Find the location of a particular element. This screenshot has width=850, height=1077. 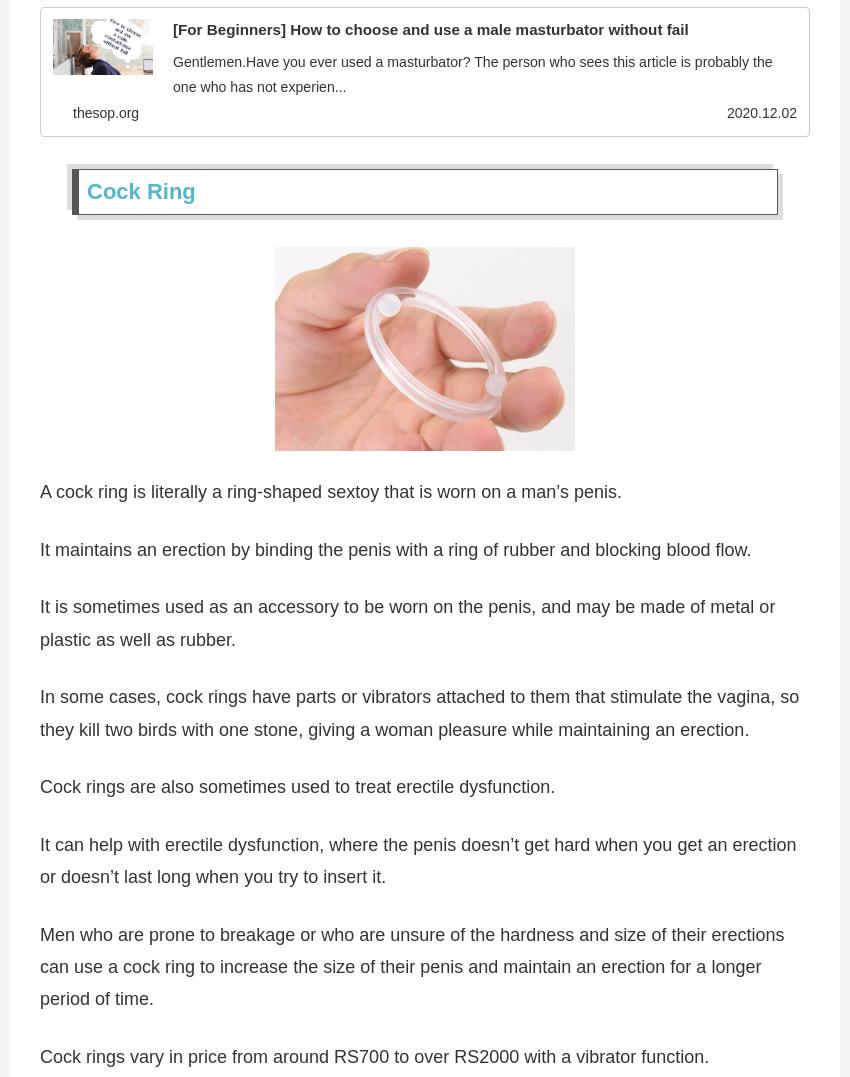

'Cock rings vary in price from around RS700 to over RS2000 with a vibrator function.' is located at coordinates (373, 1059).